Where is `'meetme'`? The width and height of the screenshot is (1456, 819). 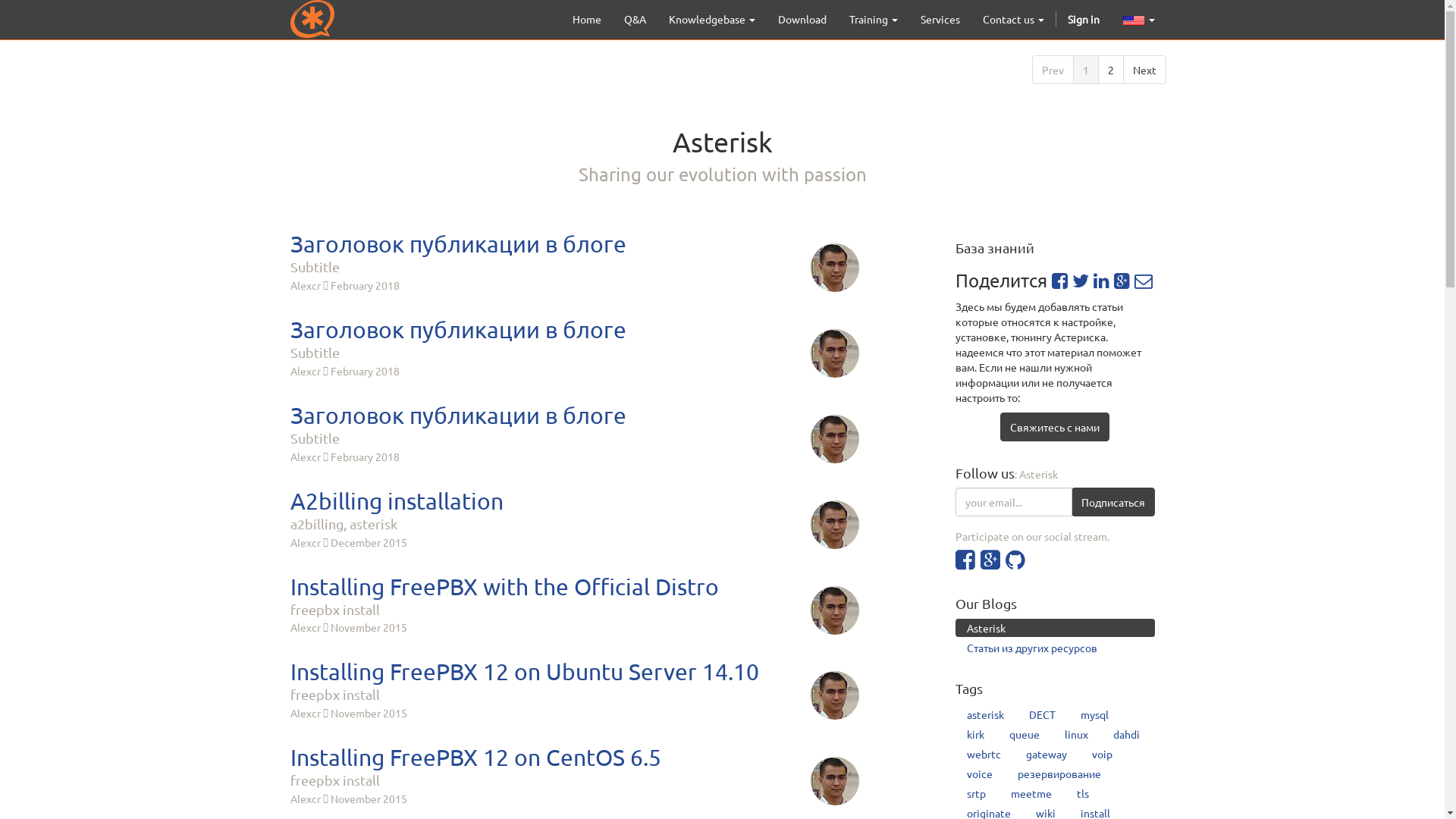 'meetme' is located at coordinates (1031, 792).